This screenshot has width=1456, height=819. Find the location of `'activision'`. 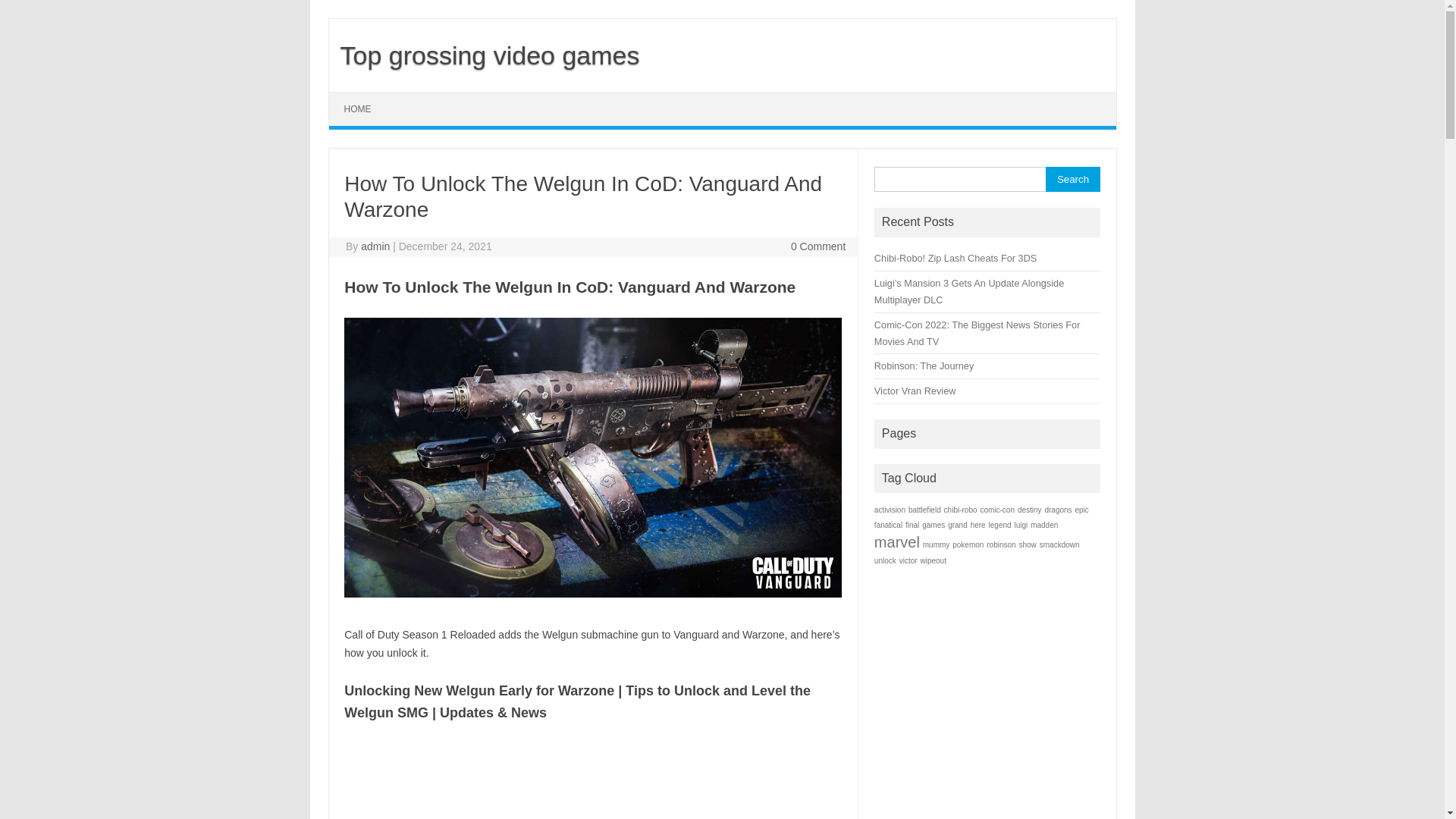

'activision' is located at coordinates (890, 510).